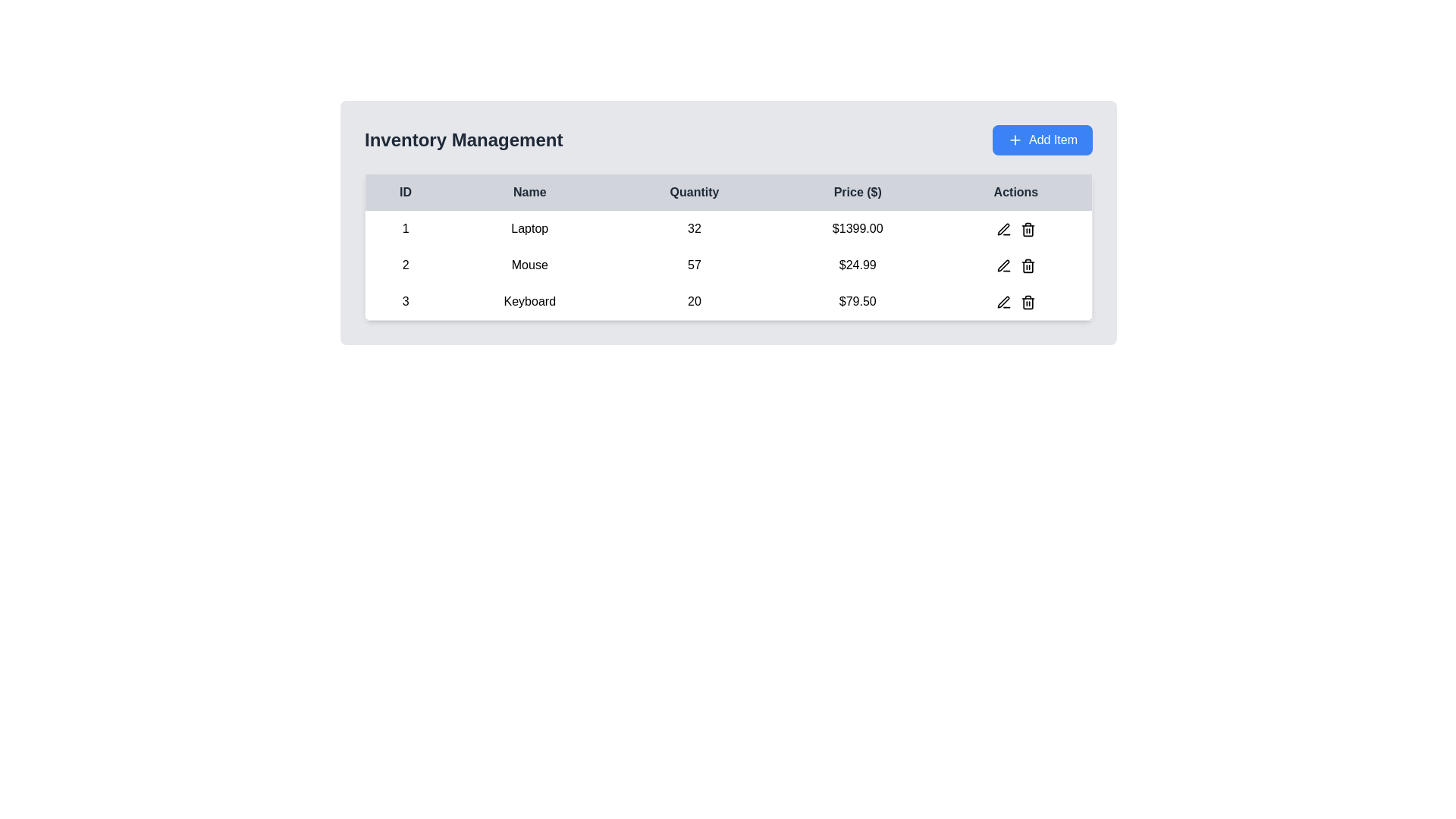 This screenshot has height=819, width=1456. What do you see at coordinates (1003, 229) in the screenshot?
I see `the 'edit' icon (pen design) located in the first row of the 'Actions' column` at bounding box center [1003, 229].